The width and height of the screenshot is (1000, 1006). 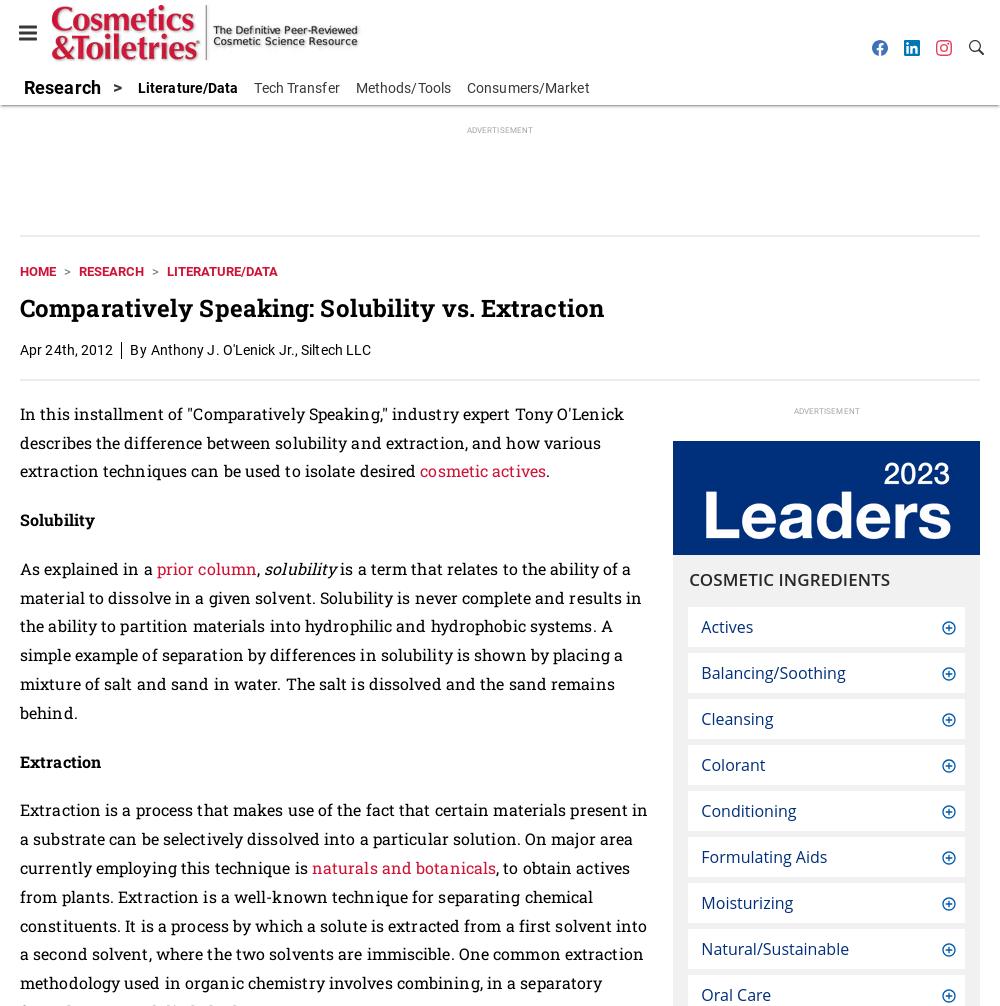 What do you see at coordinates (735, 993) in the screenshot?
I see `'Oral Care'` at bounding box center [735, 993].